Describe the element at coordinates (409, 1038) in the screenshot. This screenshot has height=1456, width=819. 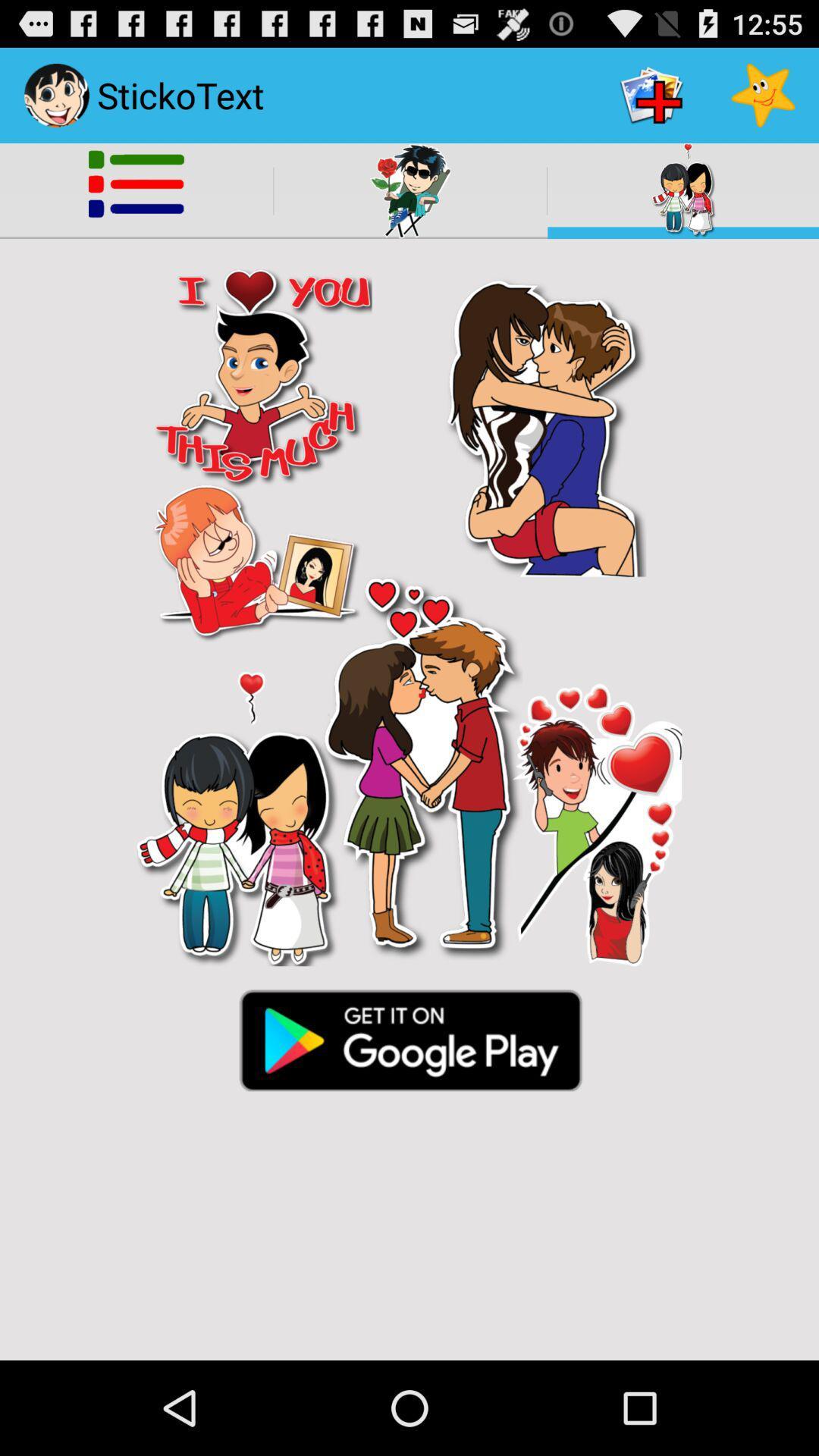
I see `the item at the bottom` at that location.